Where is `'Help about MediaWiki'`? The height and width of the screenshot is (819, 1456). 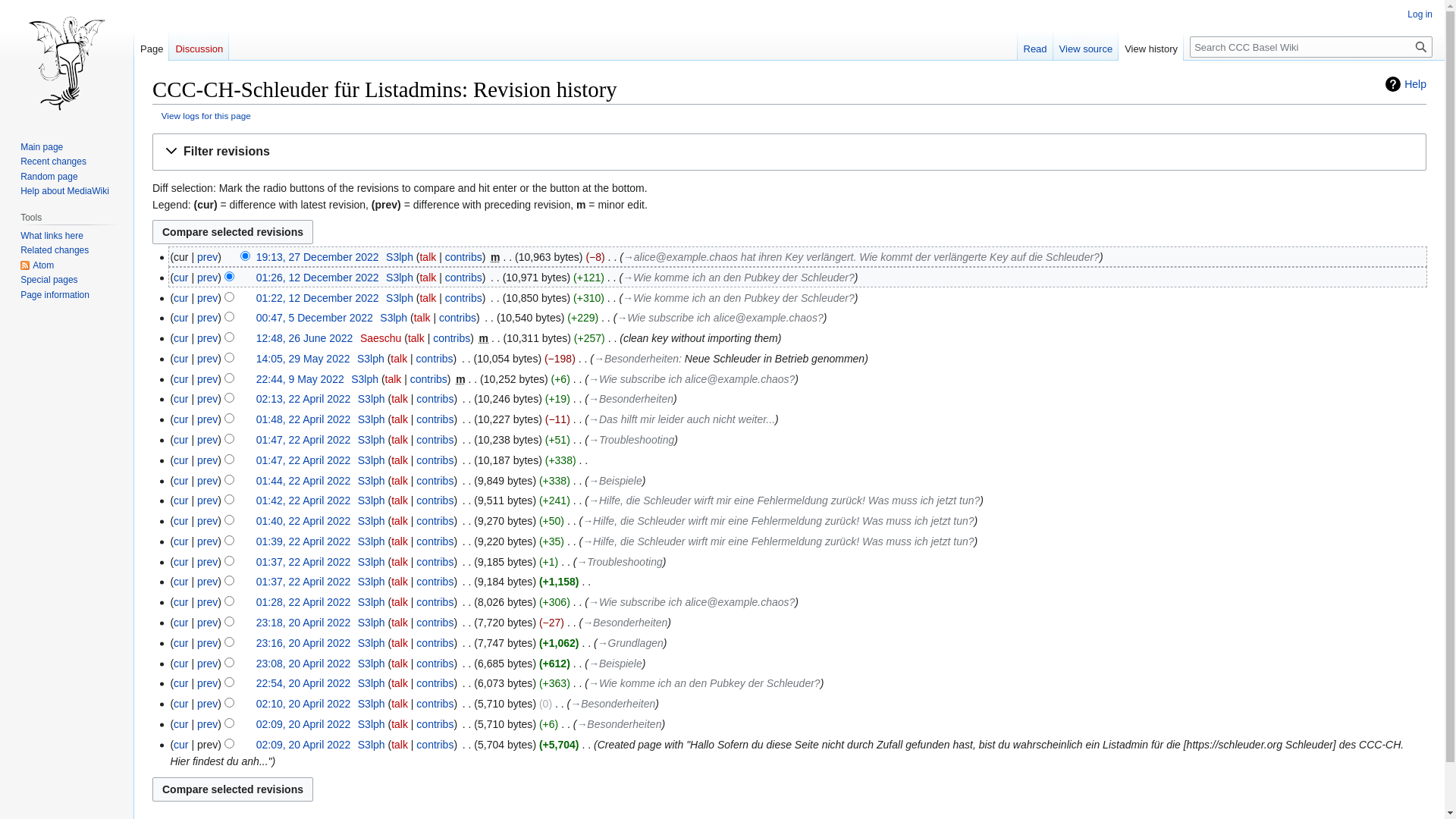 'Help about MediaWiki' is located at coordinates (64, 190).